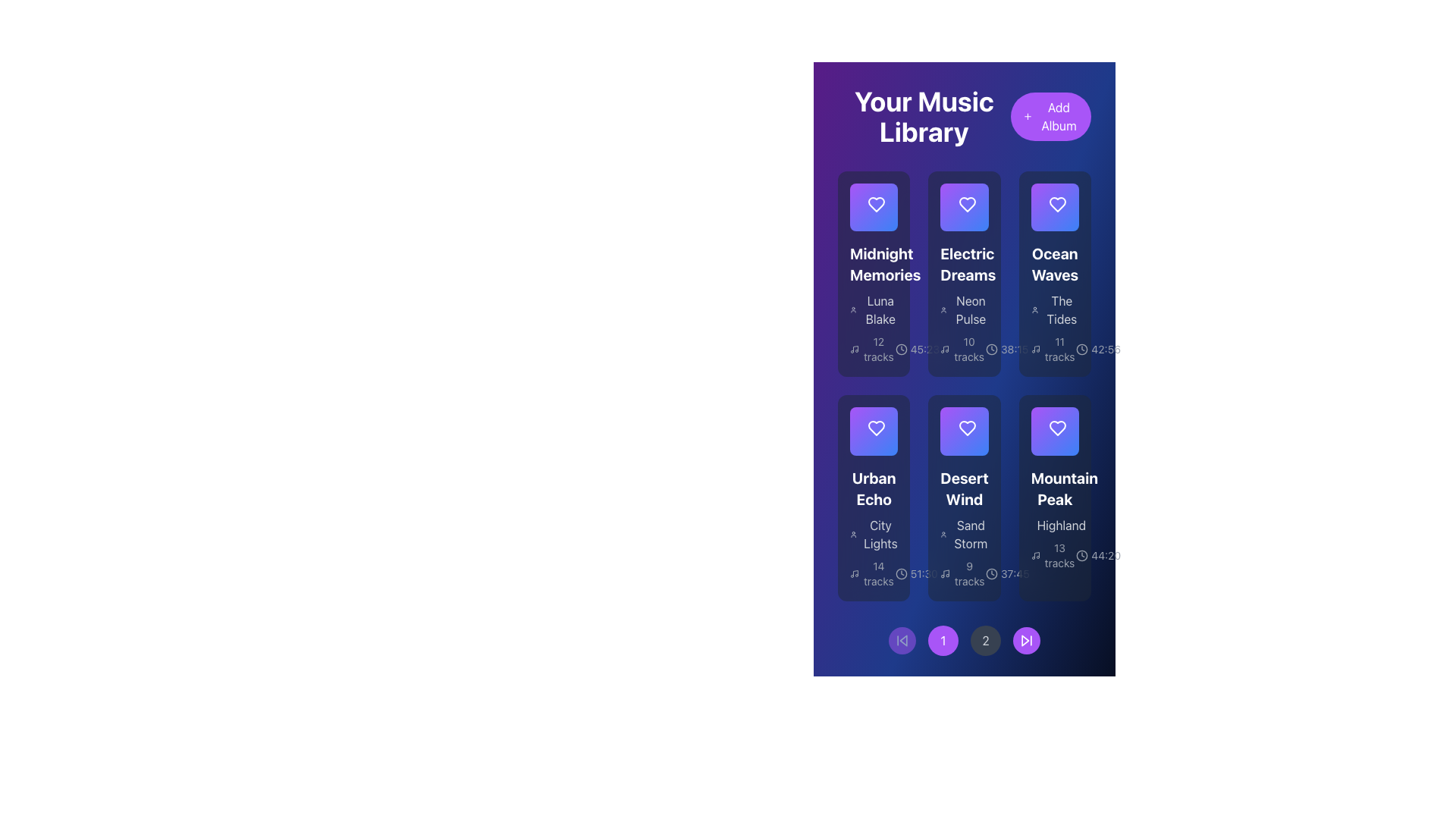 This screenshot has height=819, width=1456. I want to click on the favorite Icon Button located in the upper-left card under 'Your Music Library', which is the first in a row of heart-shaped icons, to possibly see a tooltip, so click(877, 205).